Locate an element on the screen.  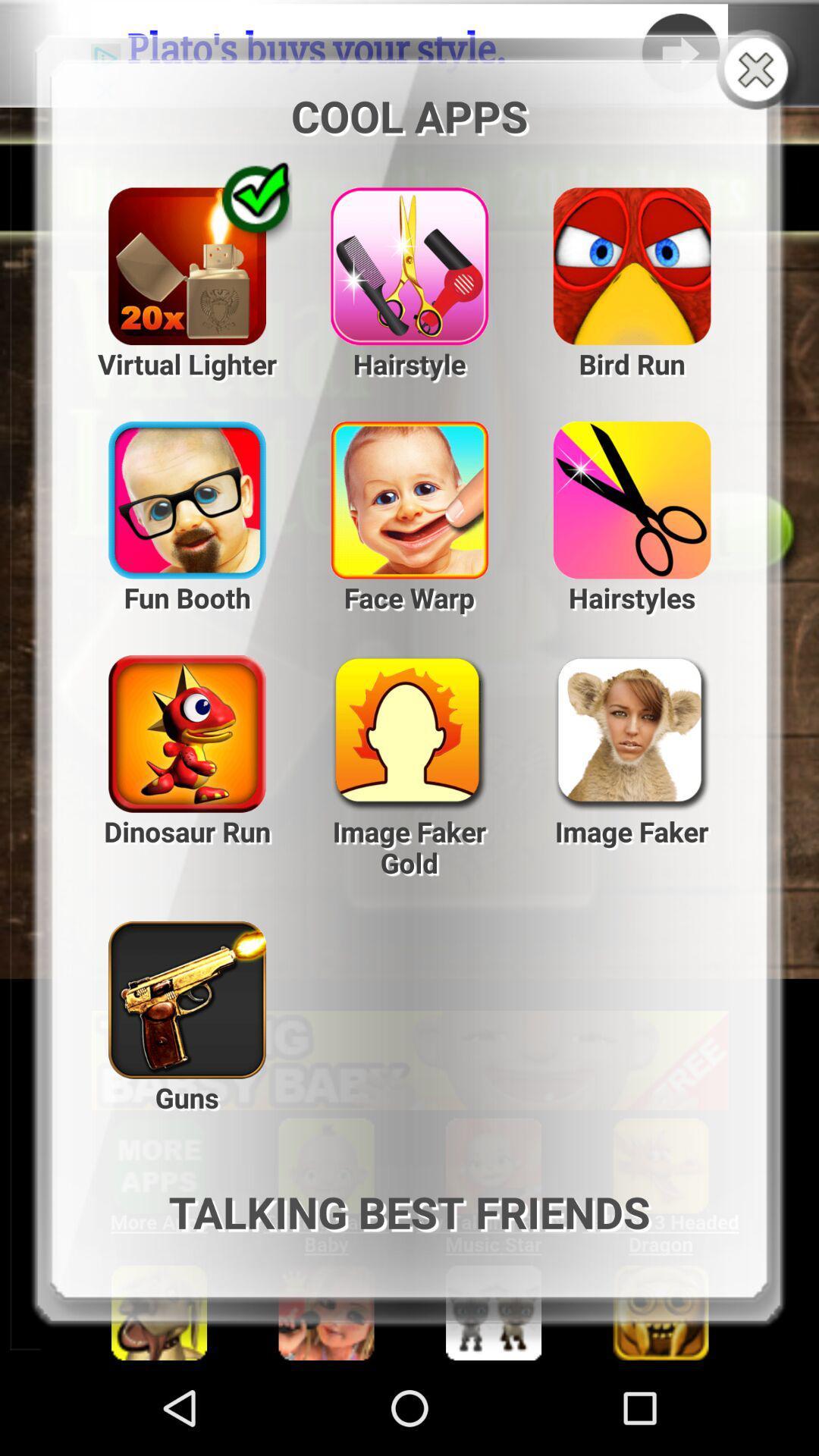
the close icon is located at coordinates (759, 76).